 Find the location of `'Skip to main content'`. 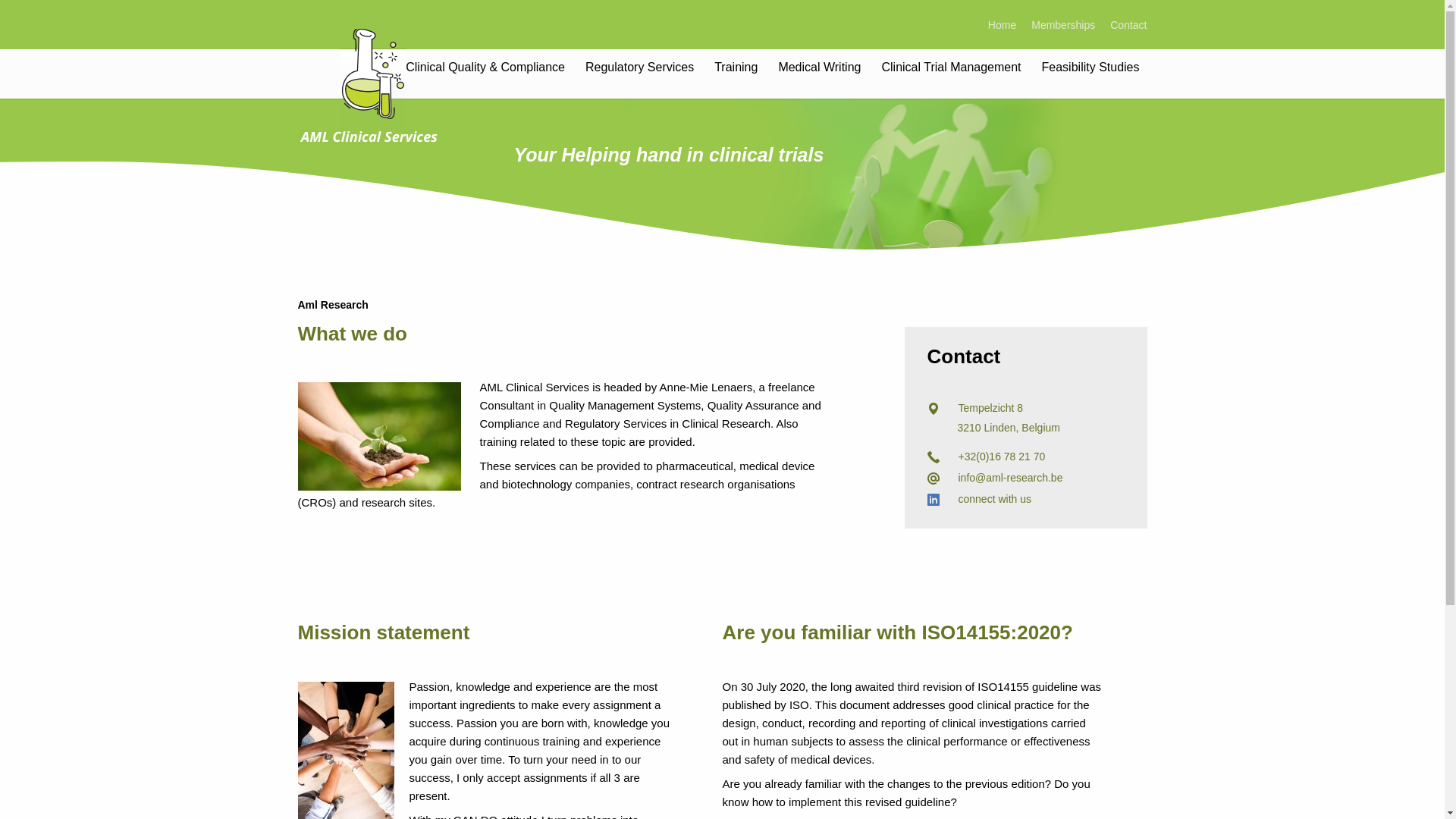

'Skip to main content' is located at coordinates (0, 0).